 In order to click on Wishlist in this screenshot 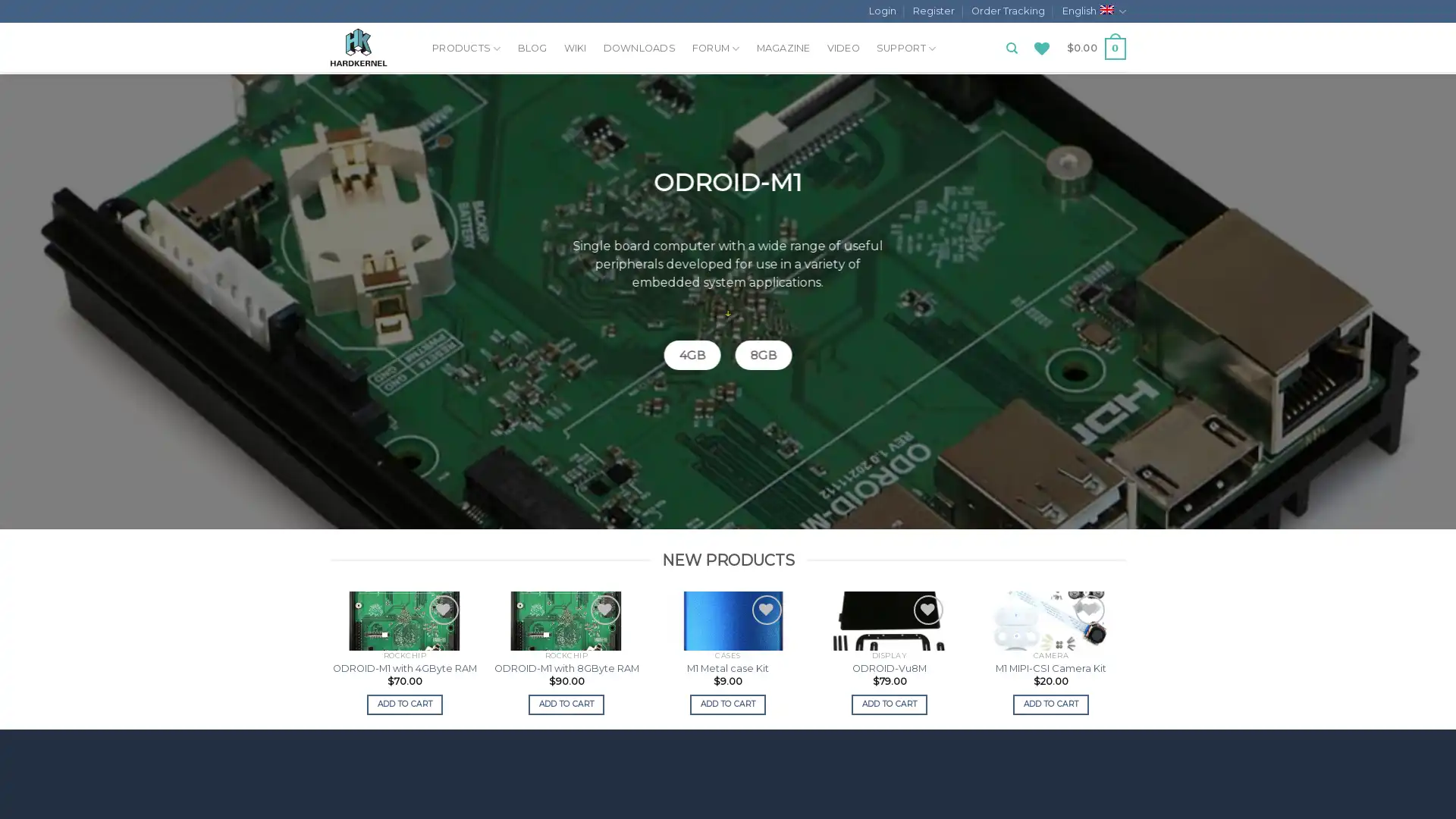, I will do `click(442, 609)`.